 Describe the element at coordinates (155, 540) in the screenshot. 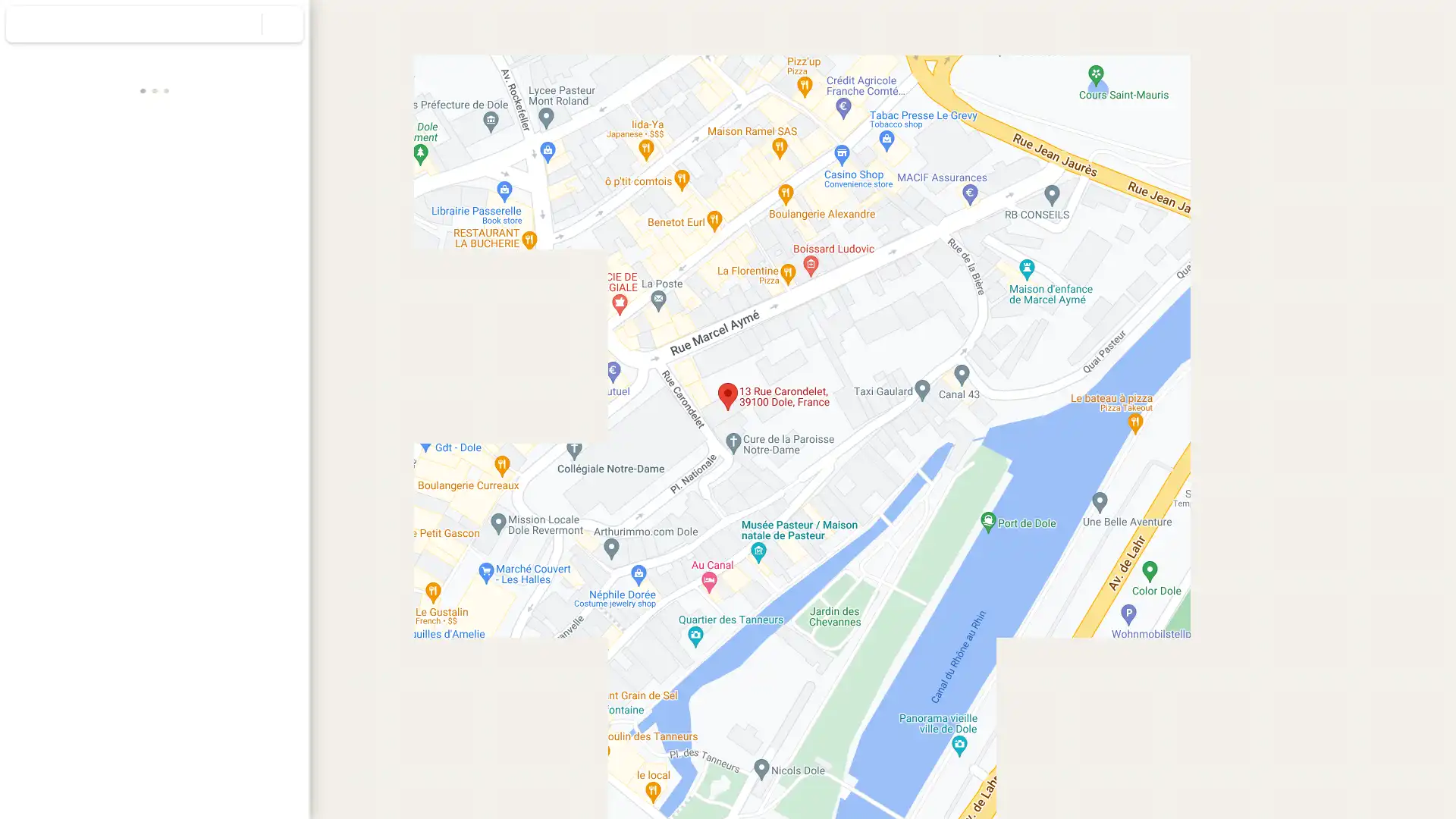

I see `Street View` at that location.